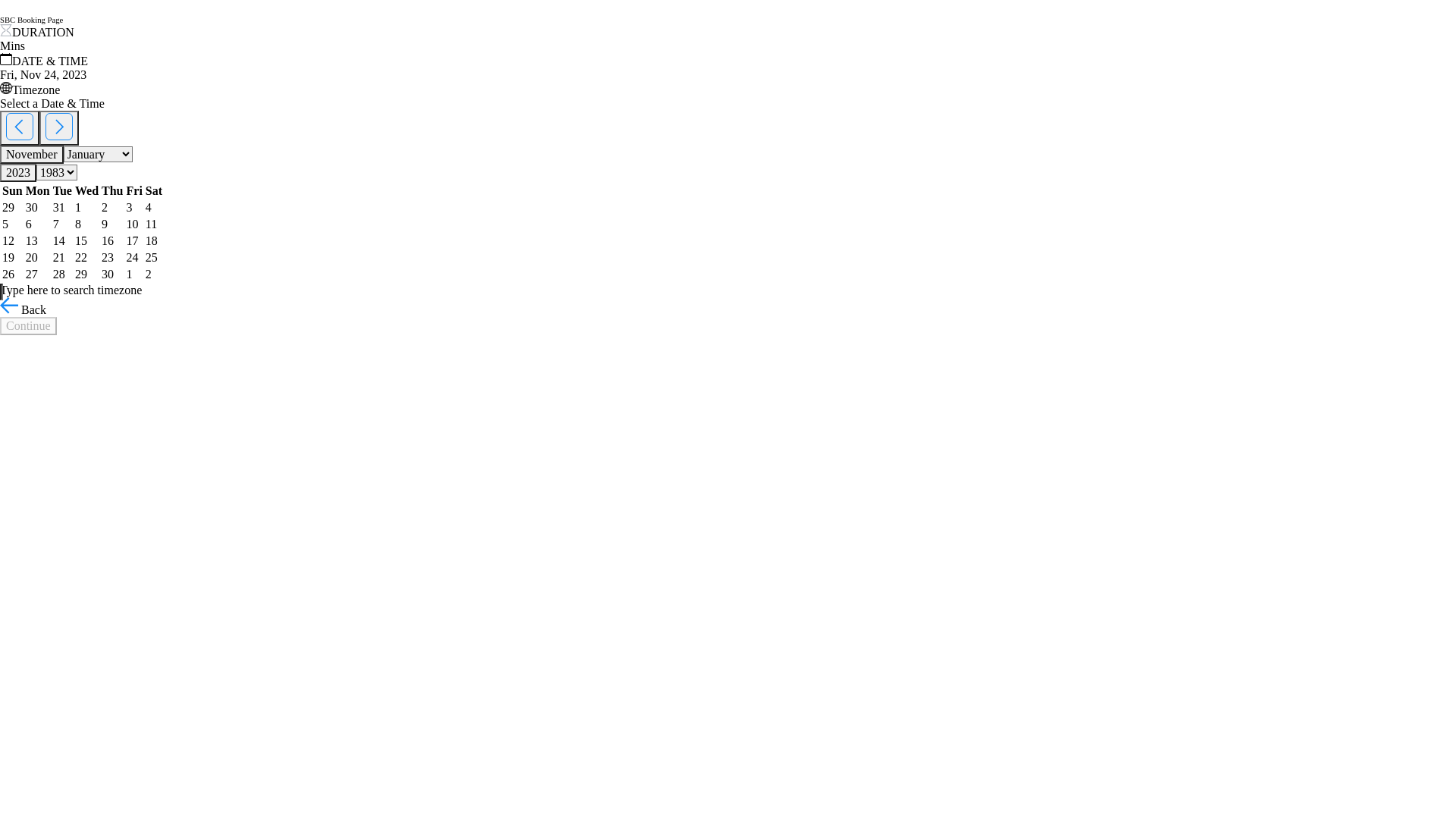  I want to click on 'Continue', so click(0, 325).